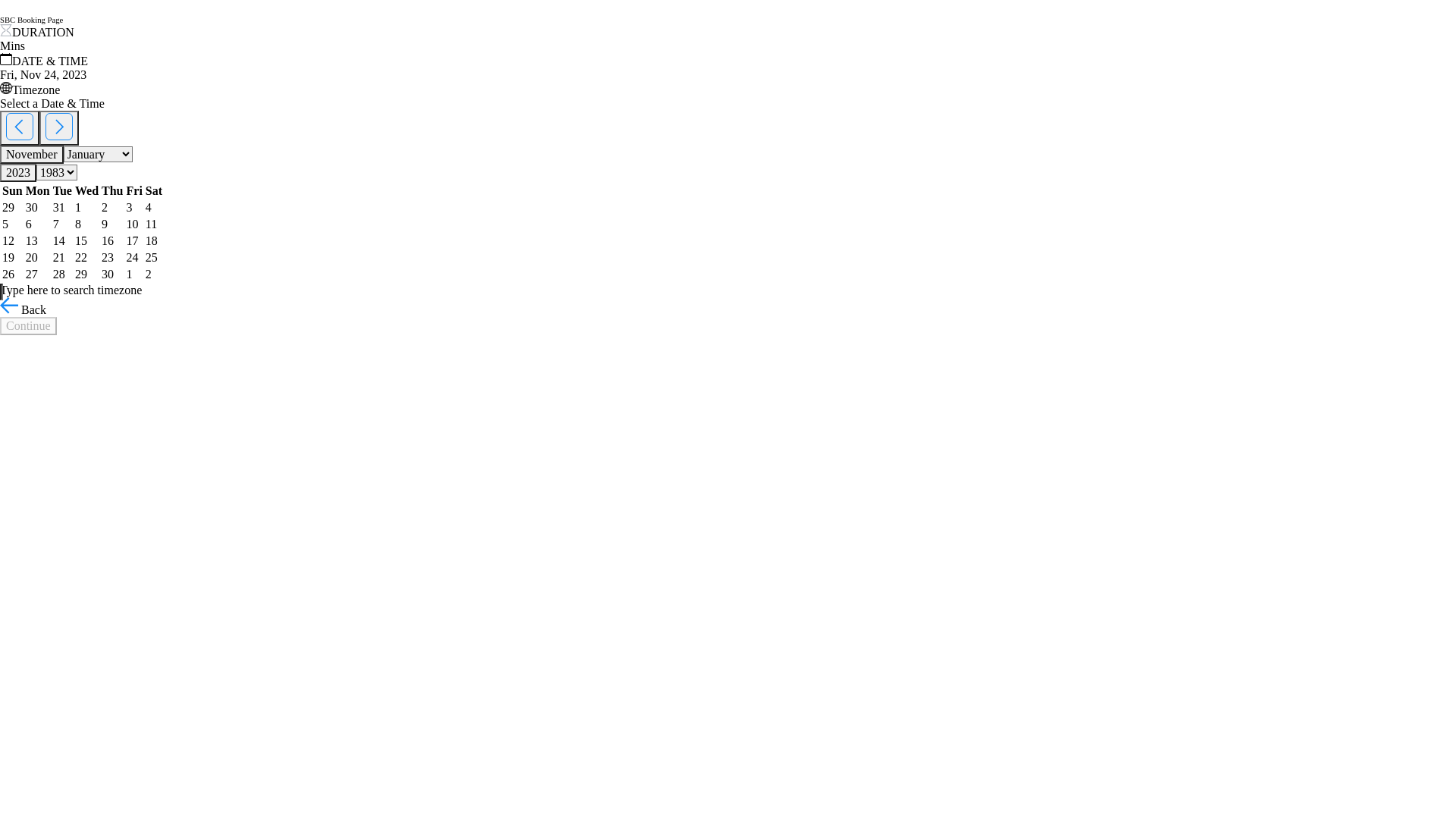  I want to click on 'Continue', so click(0, 325).